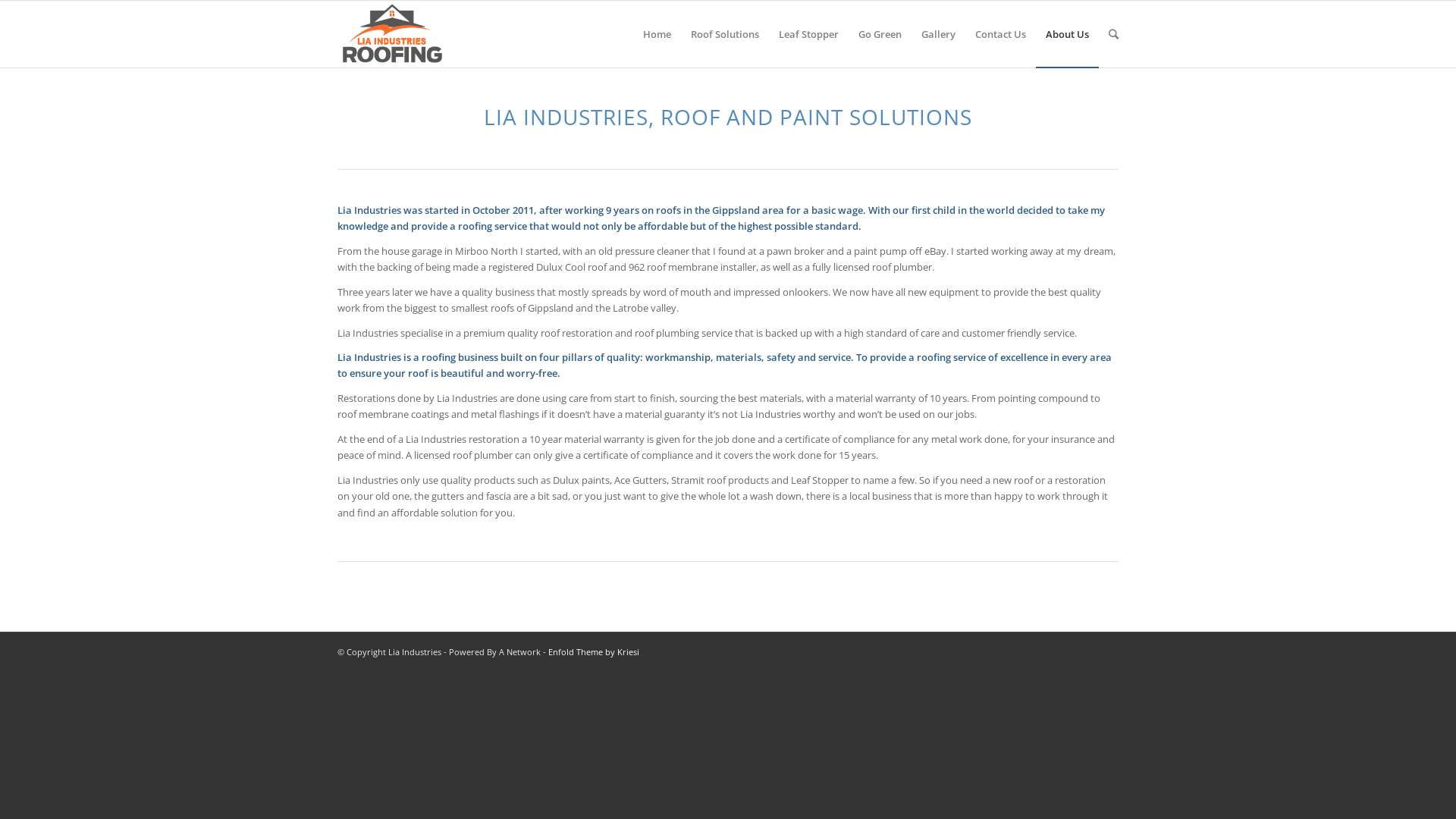 The image size is (1456, 819). I want to click on 'Enfold Theme by Kriesi', so click(592, 651).